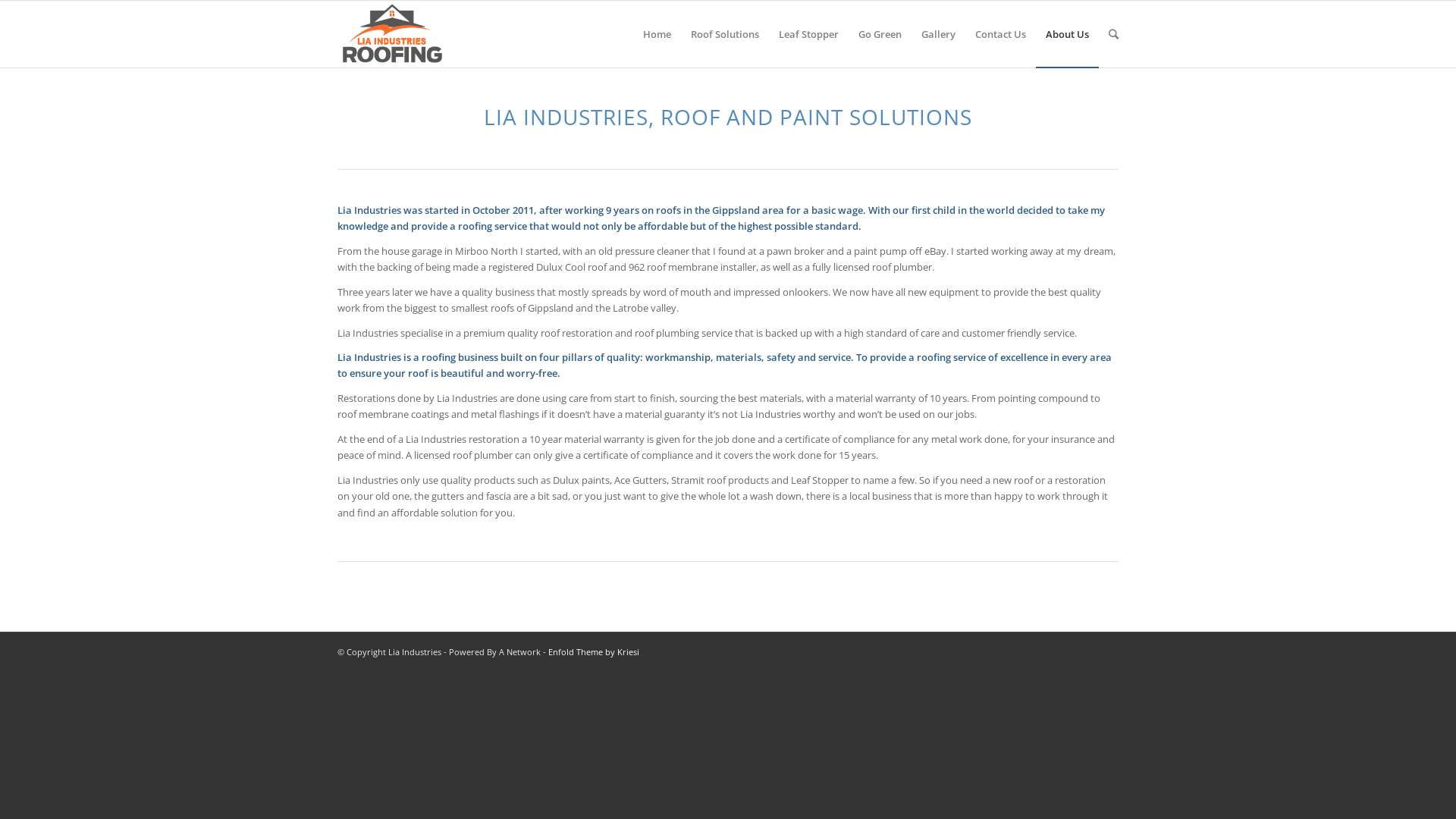 The image size is (1456, 819). I want to click on 'Enfold Theme by Kriesi', so click(592, 651).